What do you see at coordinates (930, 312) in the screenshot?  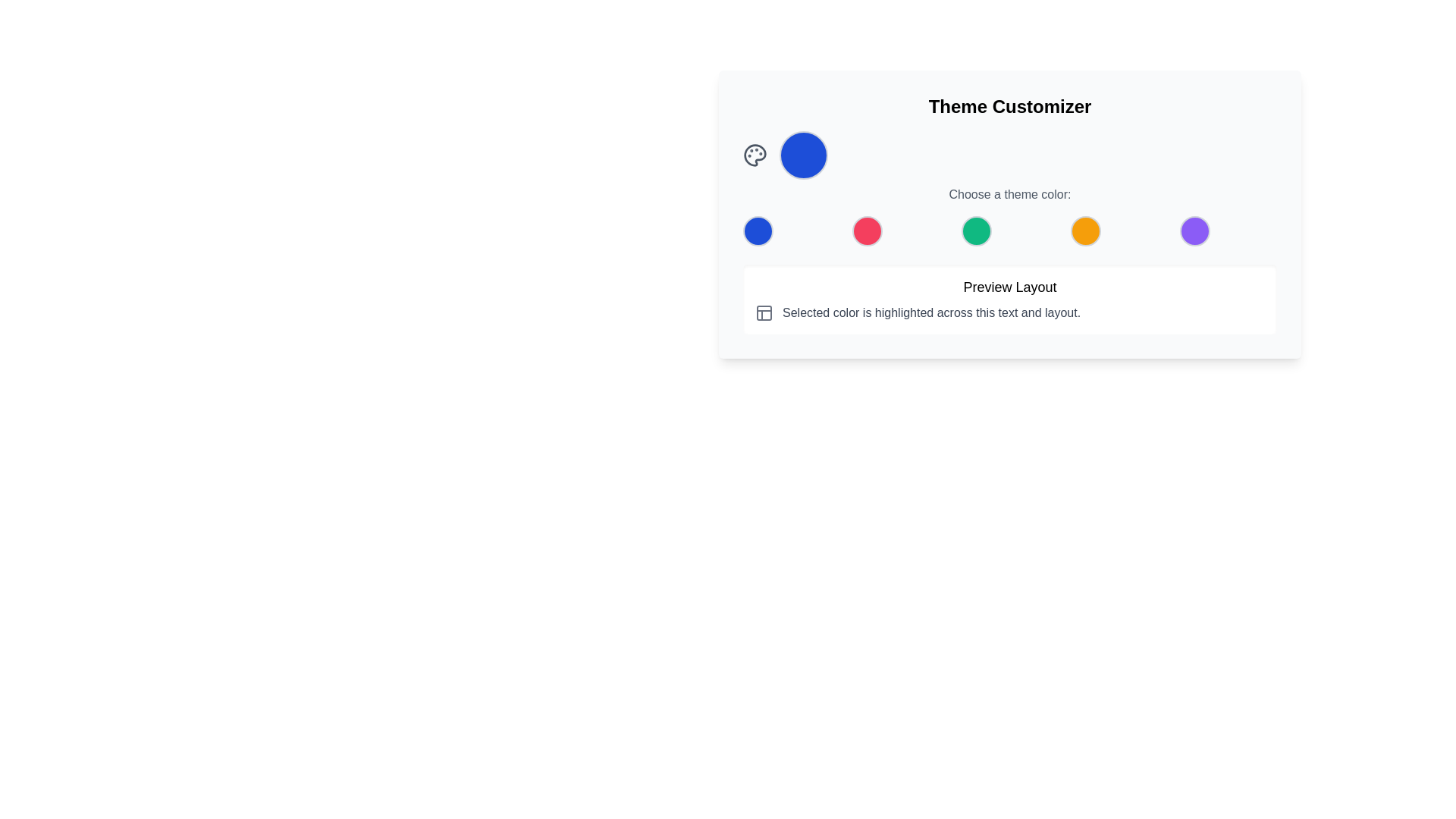 I see `informational text displayed in the text block that says 'Selected color is highlighted across this text and layout.' This text block is styled with a gray color and is located in the lower section of the Theme Customizer interface, to the right of a grid icon` at bounding box center [930, 312].